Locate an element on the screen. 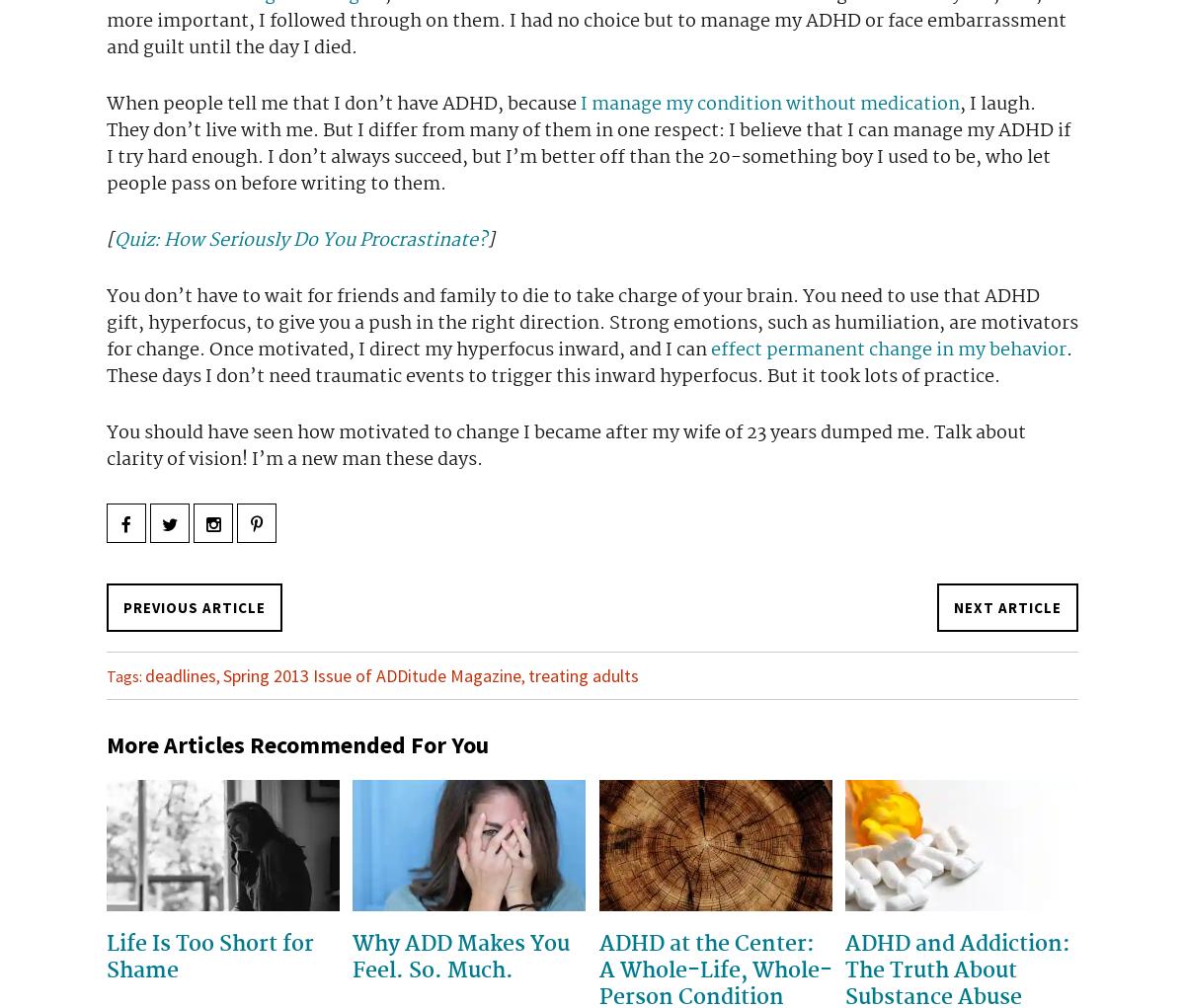  ']' is located at coordinates (490, 238).